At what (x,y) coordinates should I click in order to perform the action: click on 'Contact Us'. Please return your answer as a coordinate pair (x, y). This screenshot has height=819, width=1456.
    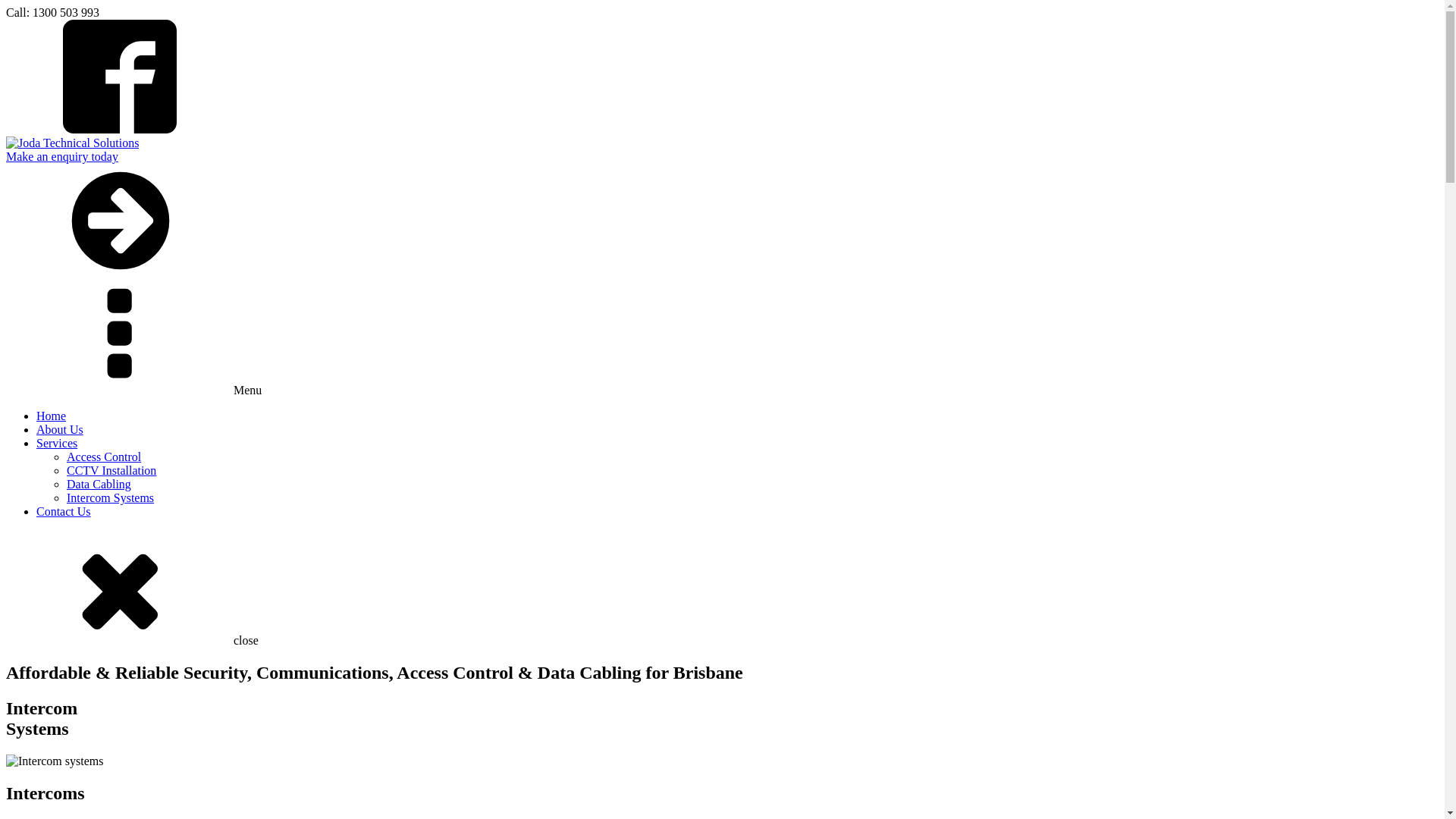
    Looking at the image, I should click on (62, 511).